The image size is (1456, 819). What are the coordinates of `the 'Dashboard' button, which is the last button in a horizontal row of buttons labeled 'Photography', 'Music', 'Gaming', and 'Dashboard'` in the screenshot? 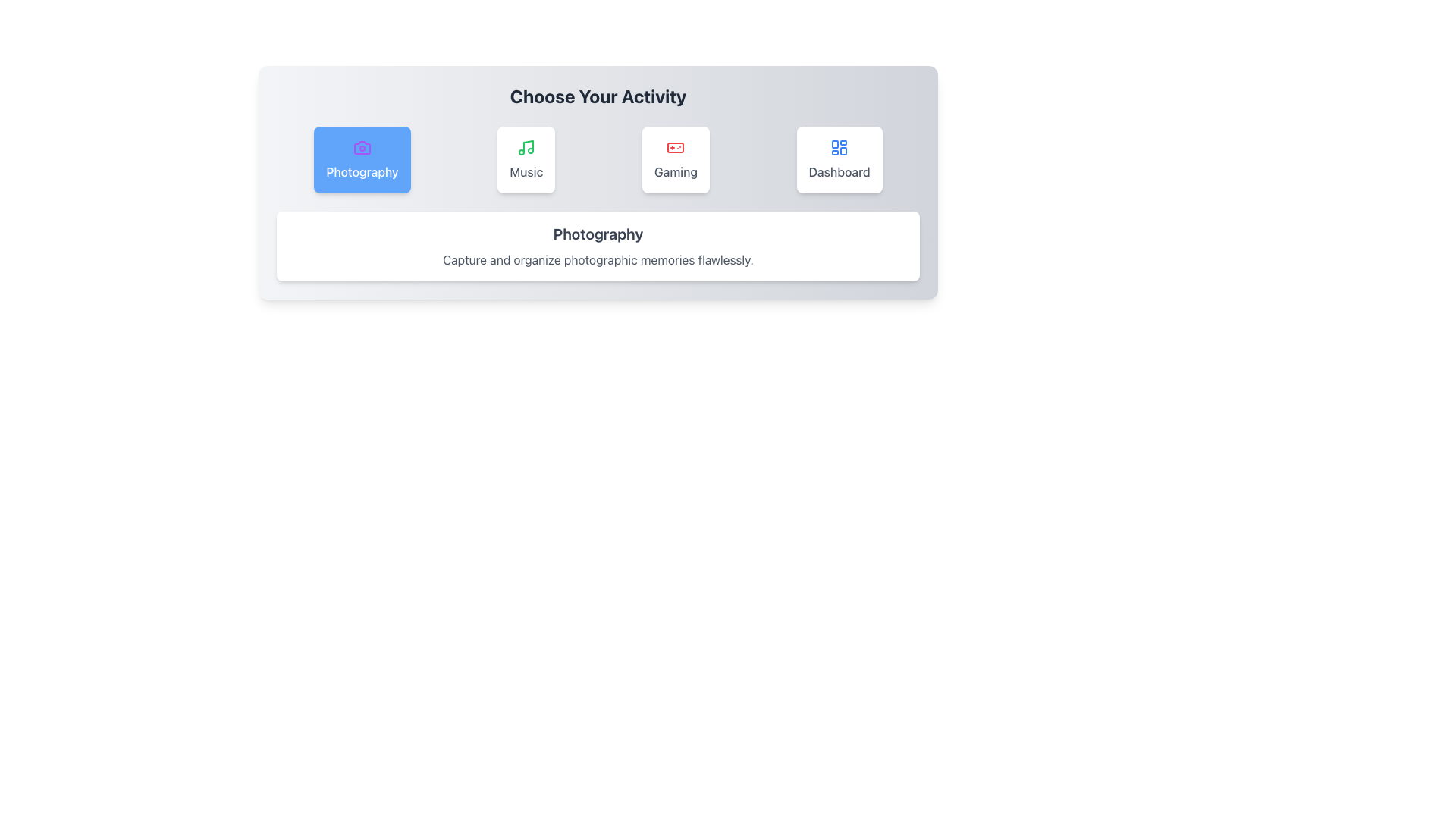 It's located at (839, 160).